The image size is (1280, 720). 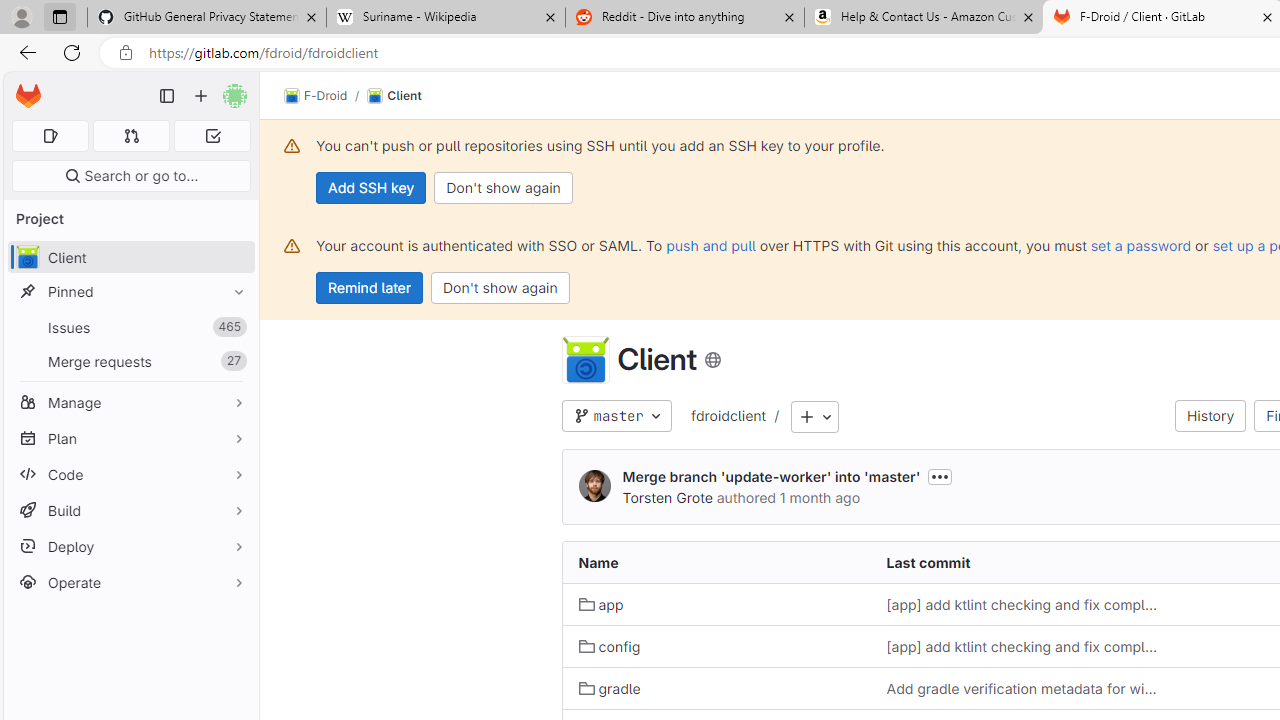 I want to click on 'Add gradle verification metadata for windows', so click(x=1024, y=688).